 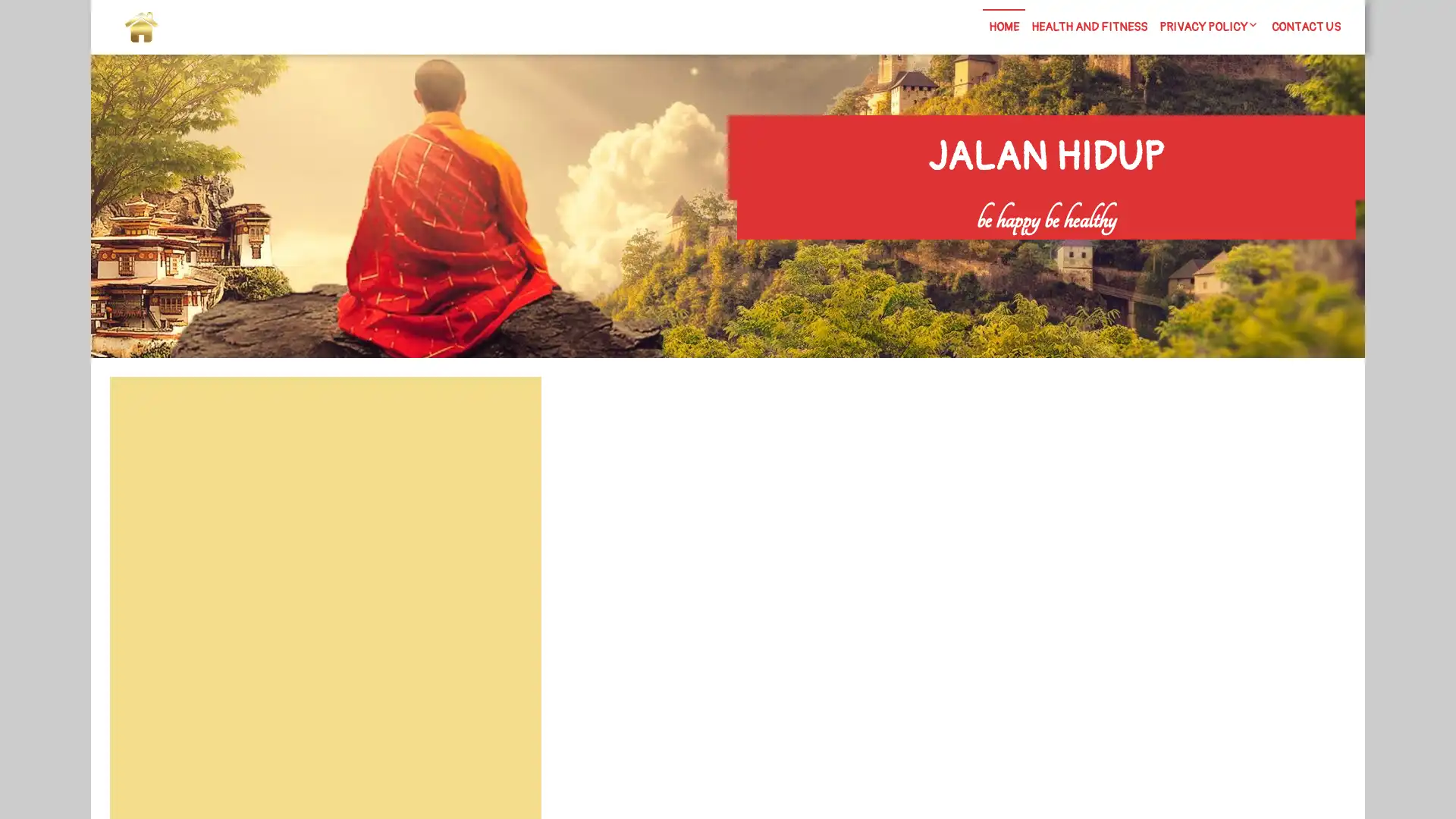 I want to click on Search, so click(x=506, y=413).